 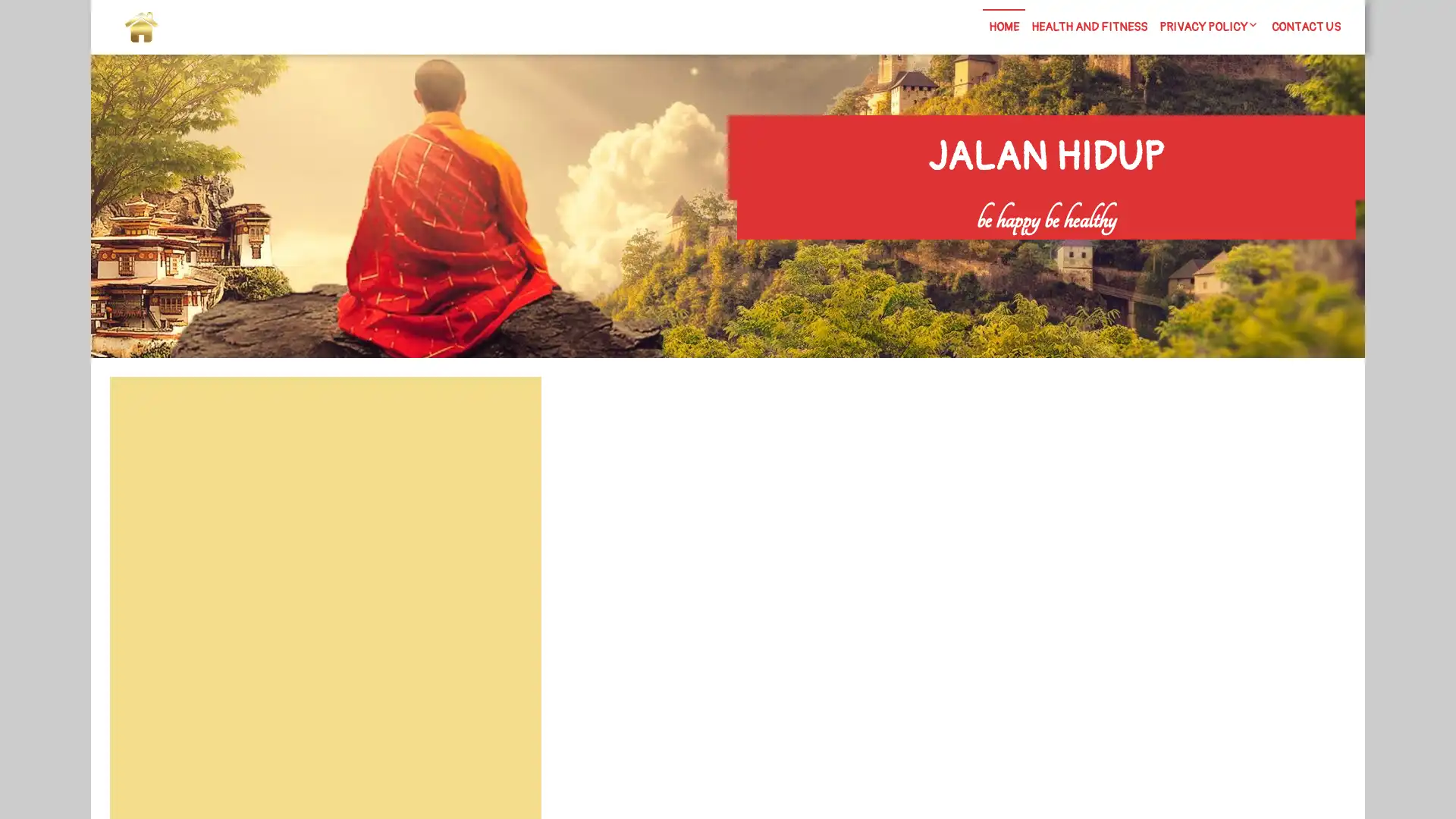 I want to click on Search, so click(x=506, y=413).